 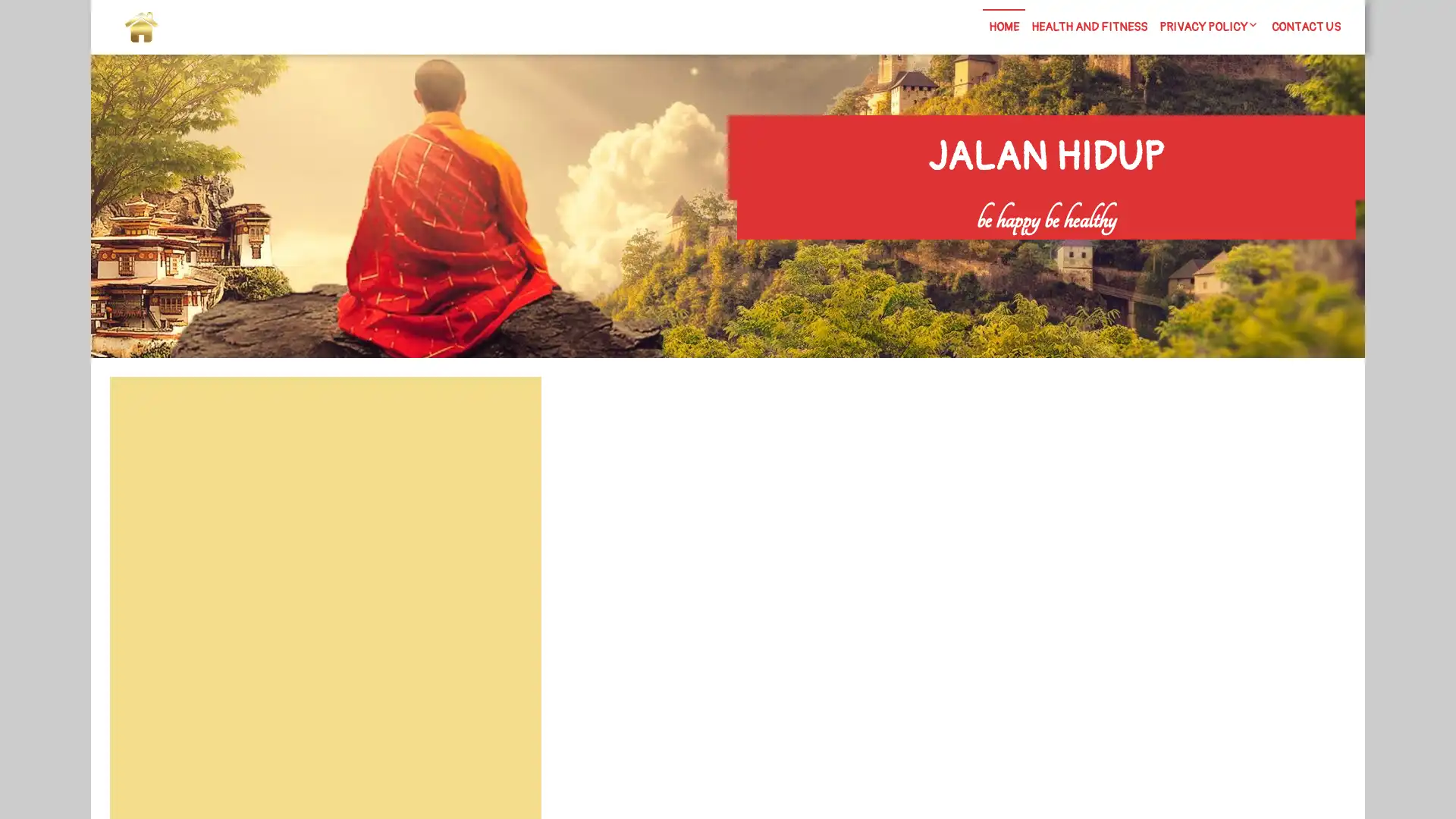 I want to click on Search, so click(x=506, y=413).